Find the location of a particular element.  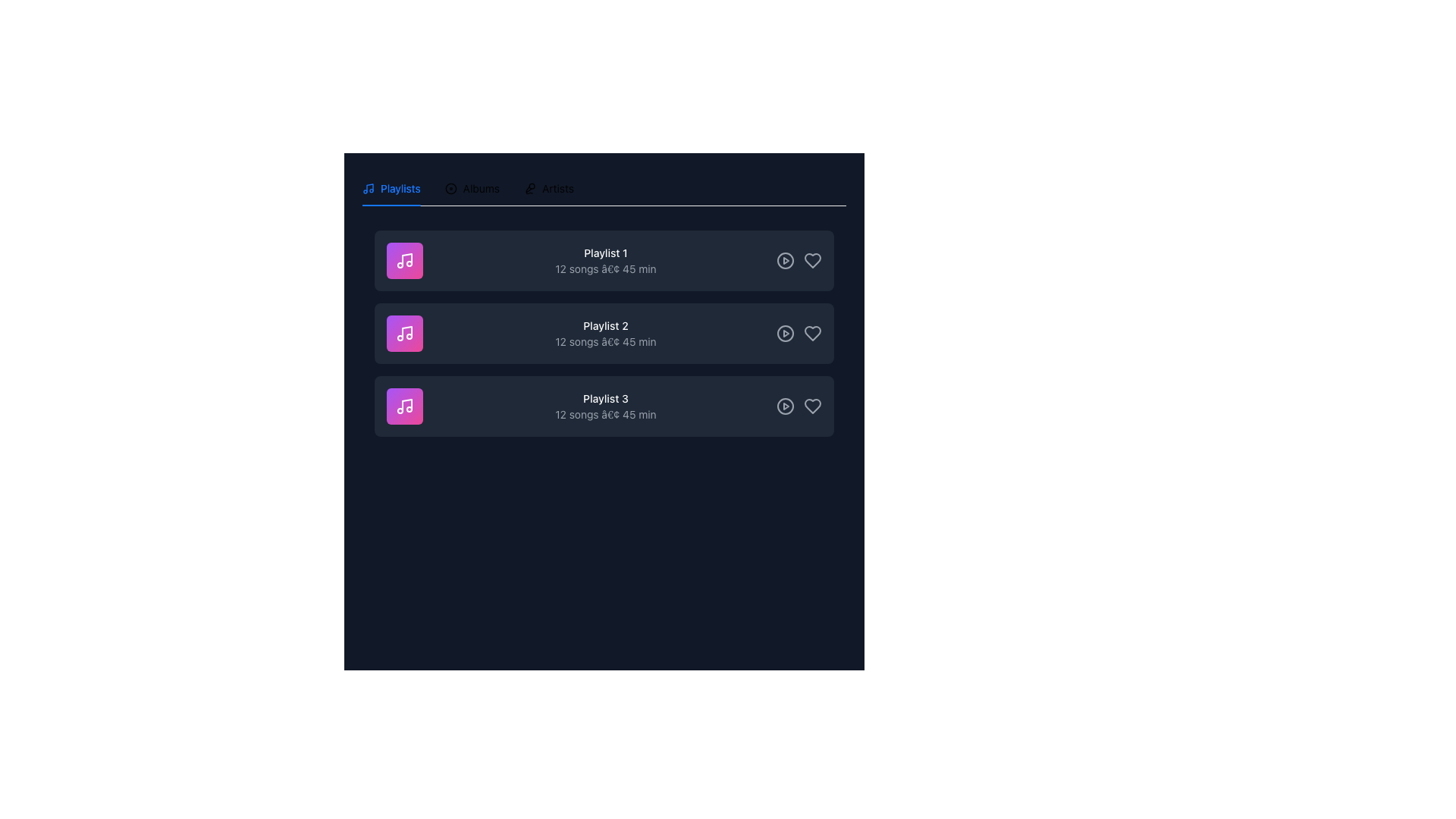

the play and heart icons in the Composite element located to the right of 'Playlist 3' in the third playlist card is located at coordinates (799, 406).